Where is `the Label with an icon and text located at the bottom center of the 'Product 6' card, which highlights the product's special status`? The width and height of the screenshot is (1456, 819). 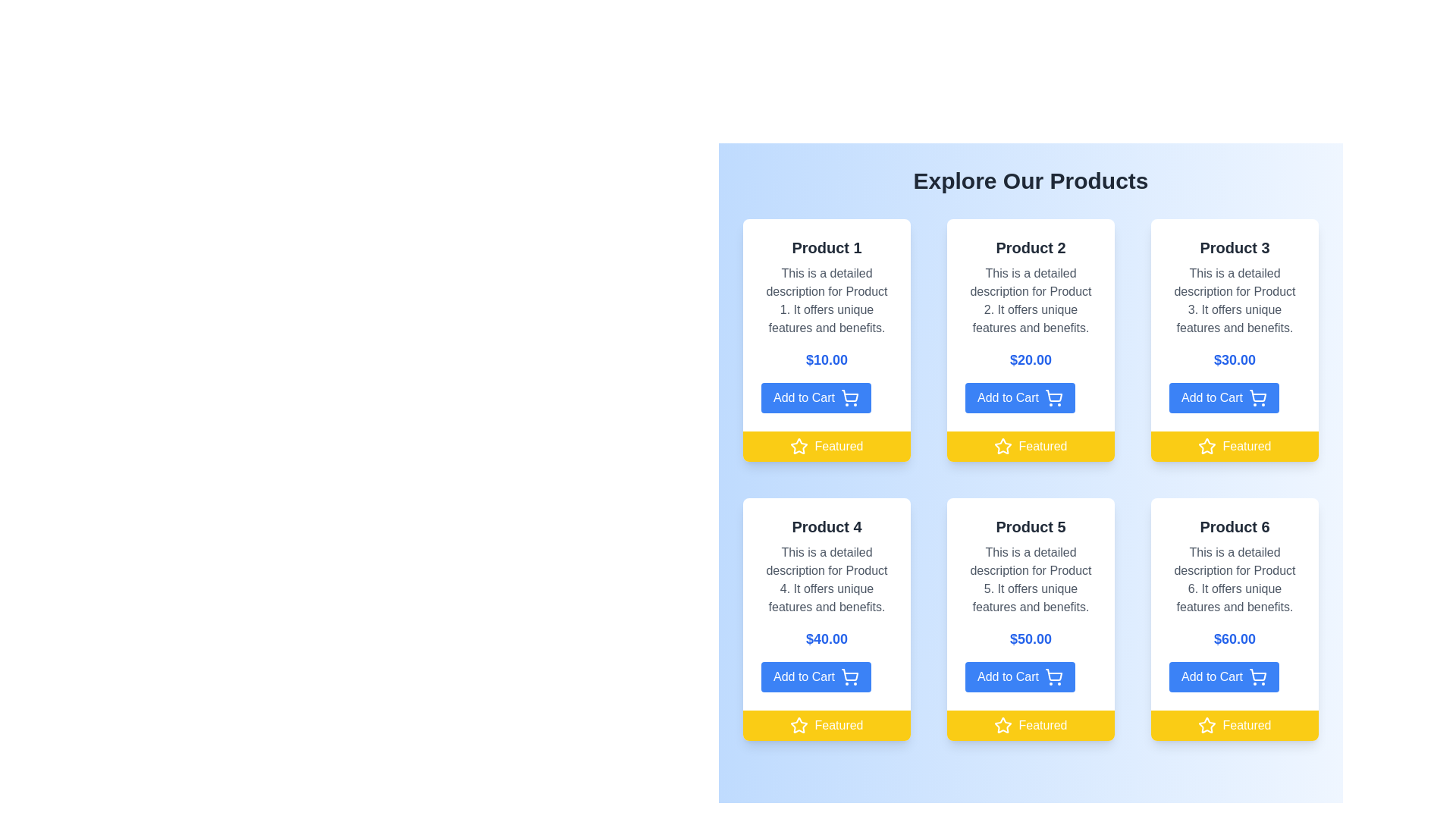 the Label with an icon and text located at the bottom center of the 'Product 6' card, which highlights the product's special status is located at coordinates (1235, 724).